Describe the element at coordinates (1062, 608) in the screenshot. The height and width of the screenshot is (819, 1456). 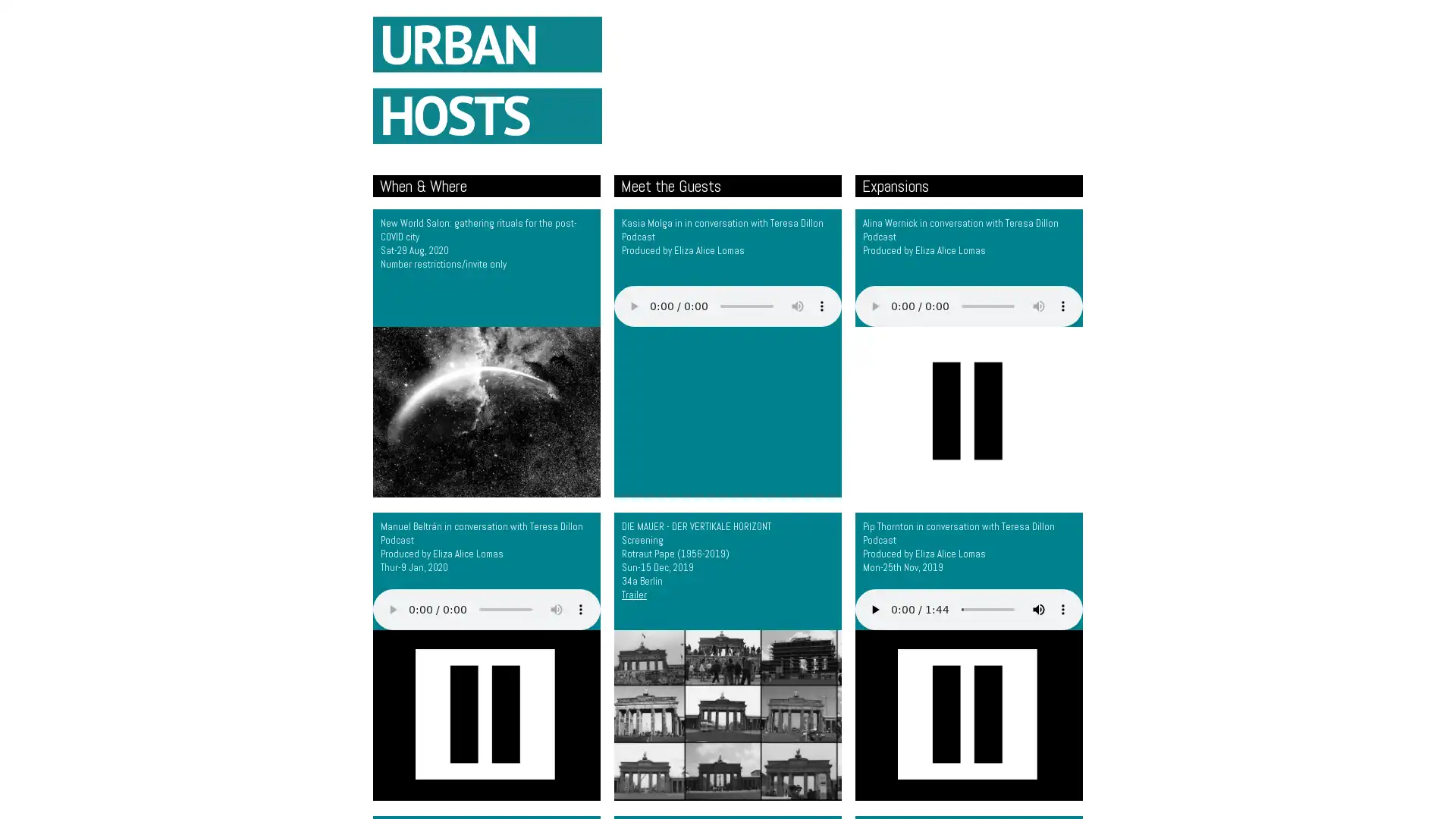
I see `show more media controls` at that location.